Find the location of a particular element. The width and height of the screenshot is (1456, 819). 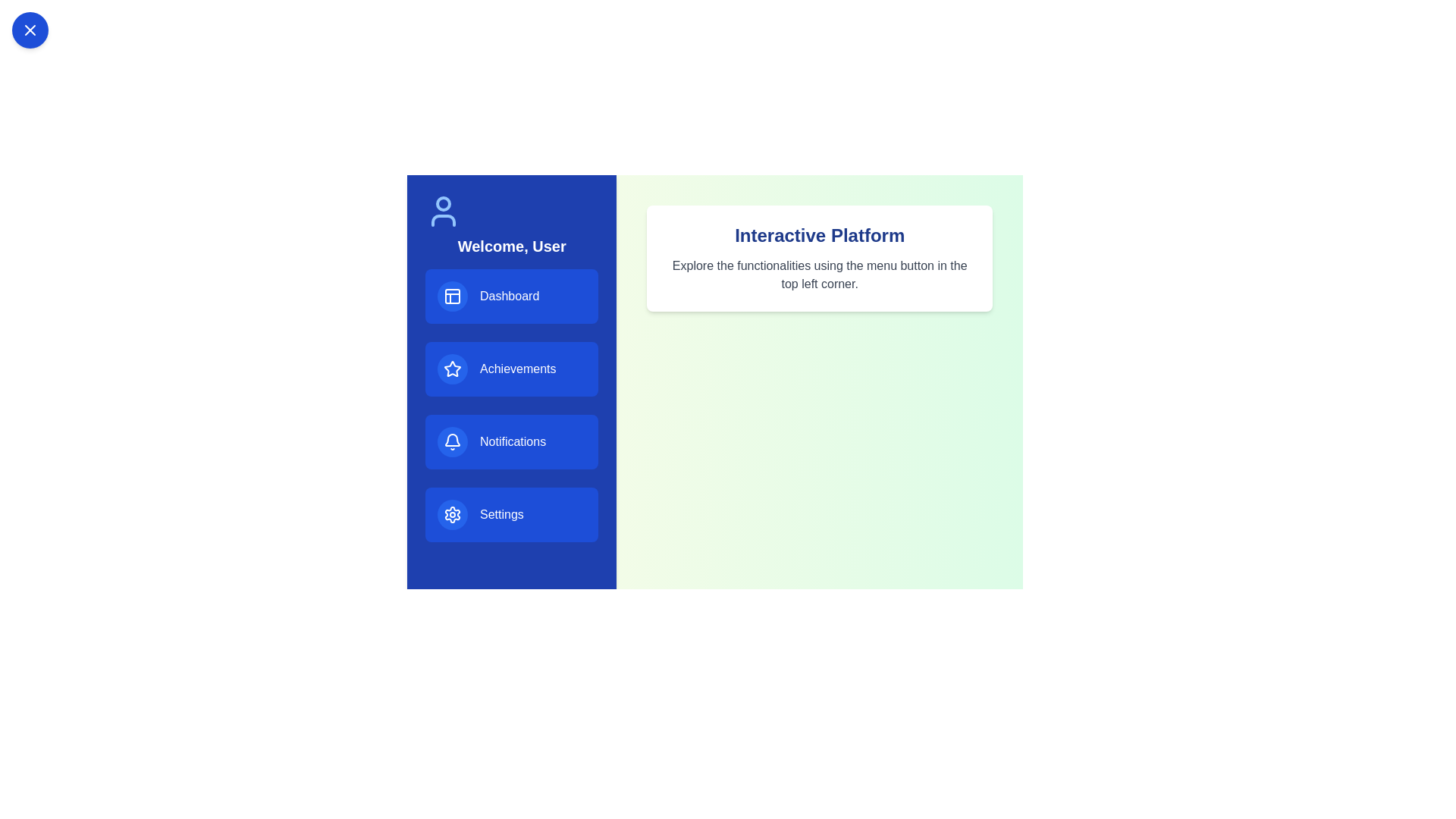

the menu item labeled Settings from the sidebar is located at coordinates (512, 513).